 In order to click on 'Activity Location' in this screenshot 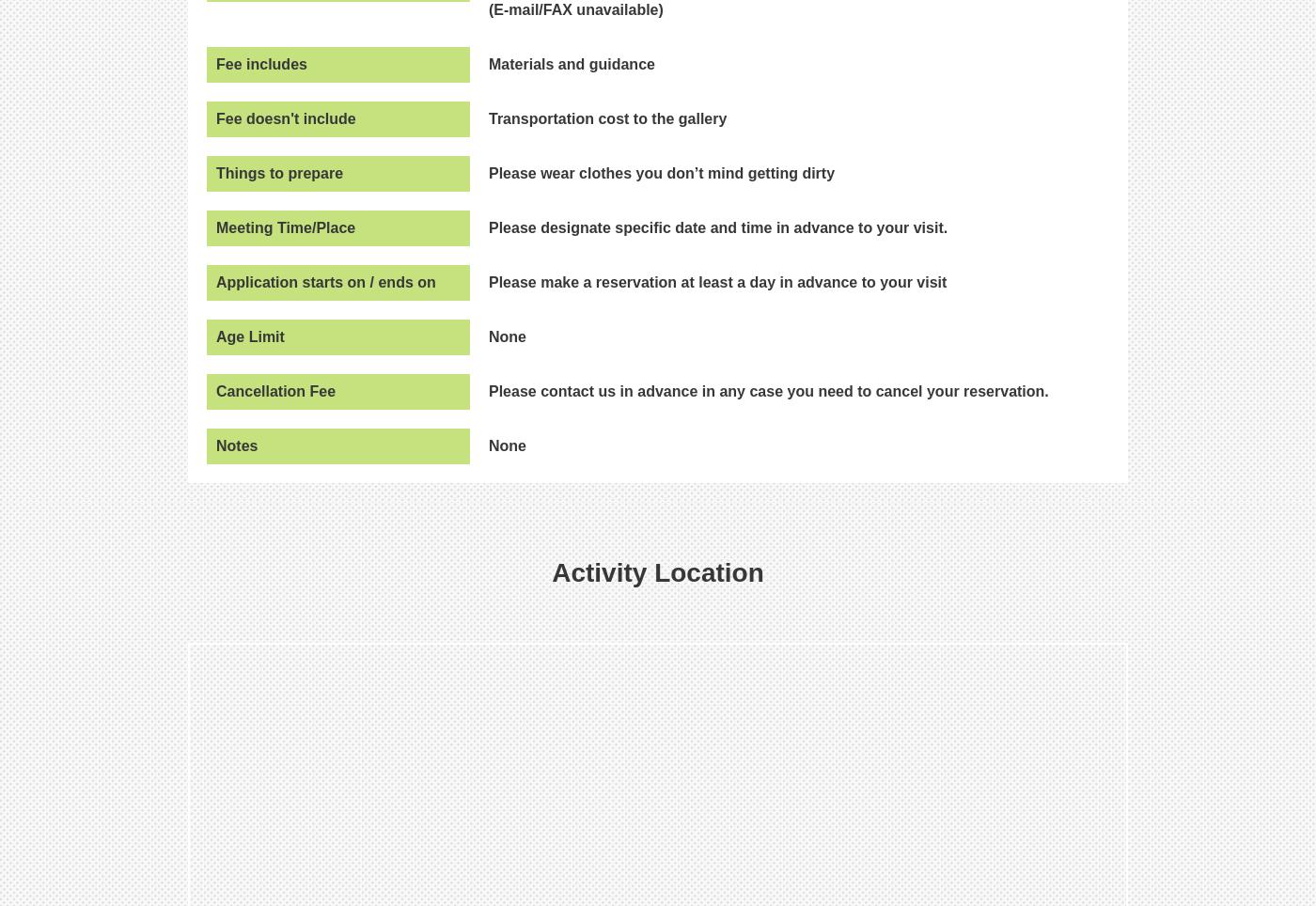, I will do `click(657, 571)`.